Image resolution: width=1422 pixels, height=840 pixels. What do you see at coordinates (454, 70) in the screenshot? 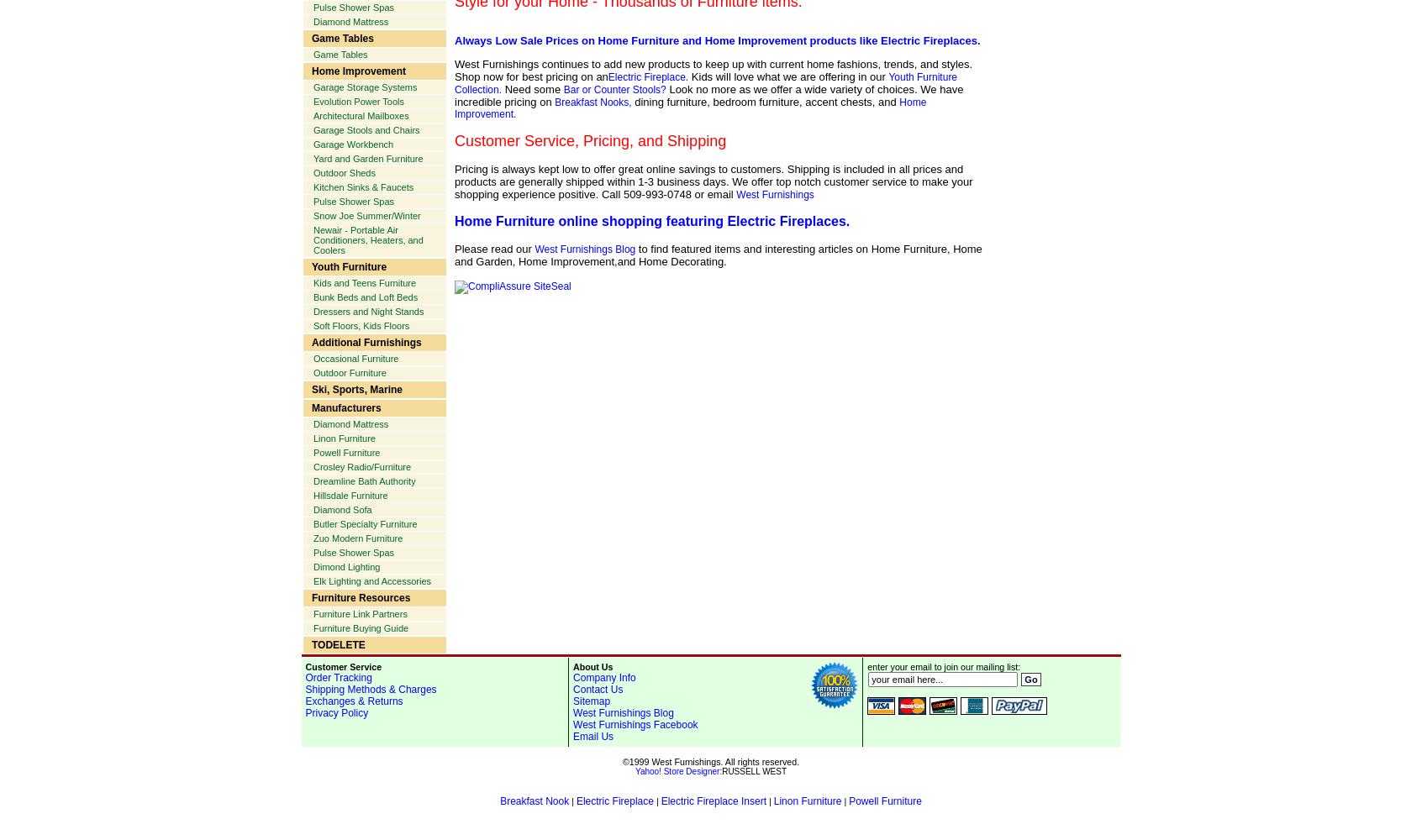
I see `'West Furnishings continues to add new products to keep up with current home fashions, trends, and styles. Shop now for best pricing on an'` at bounding box center [454, 70].